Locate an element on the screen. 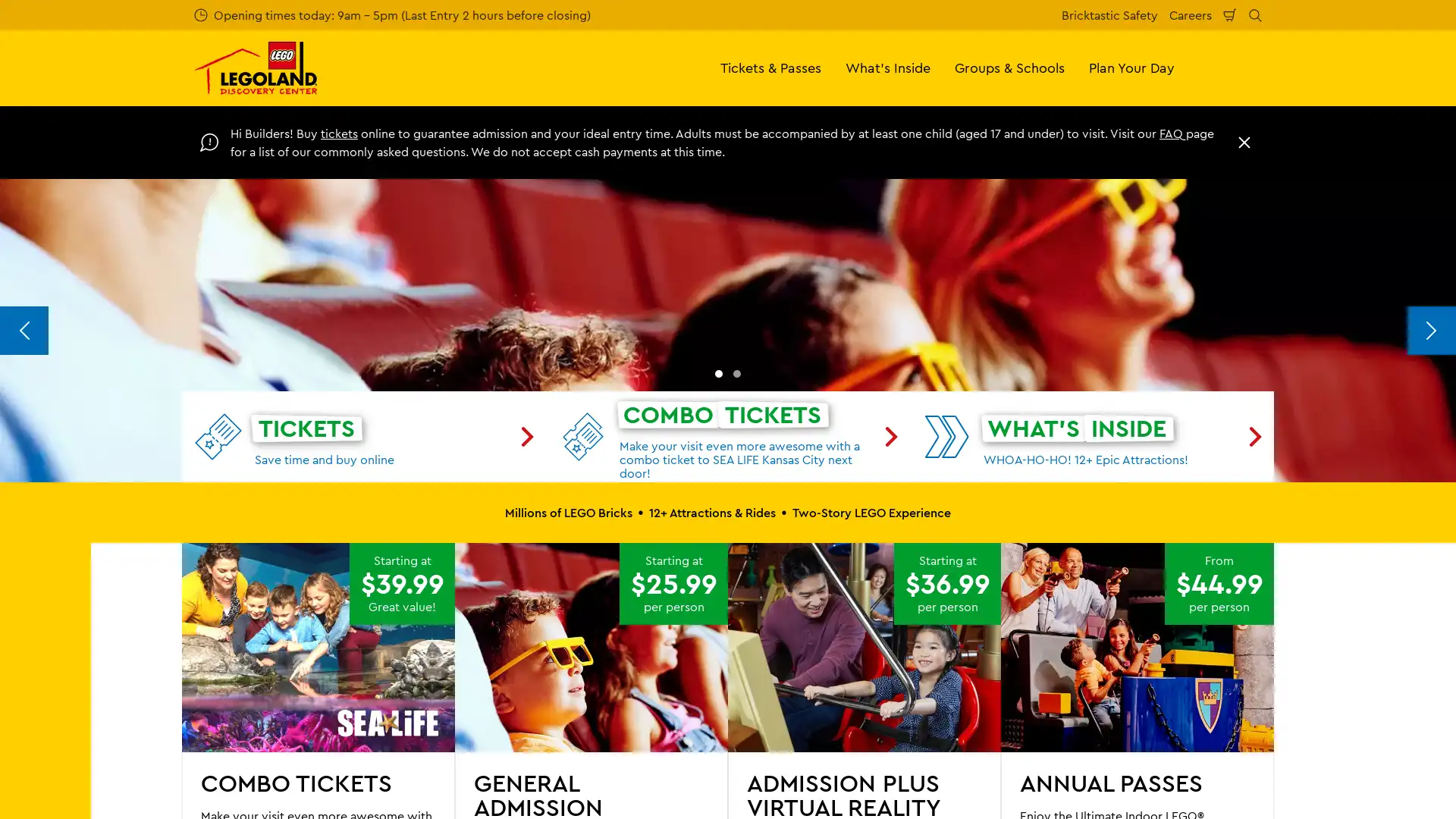 Image resolution: width=1456 pixels, height=819 pixels. Go to slide 2 is located at coordinates (736, 660).